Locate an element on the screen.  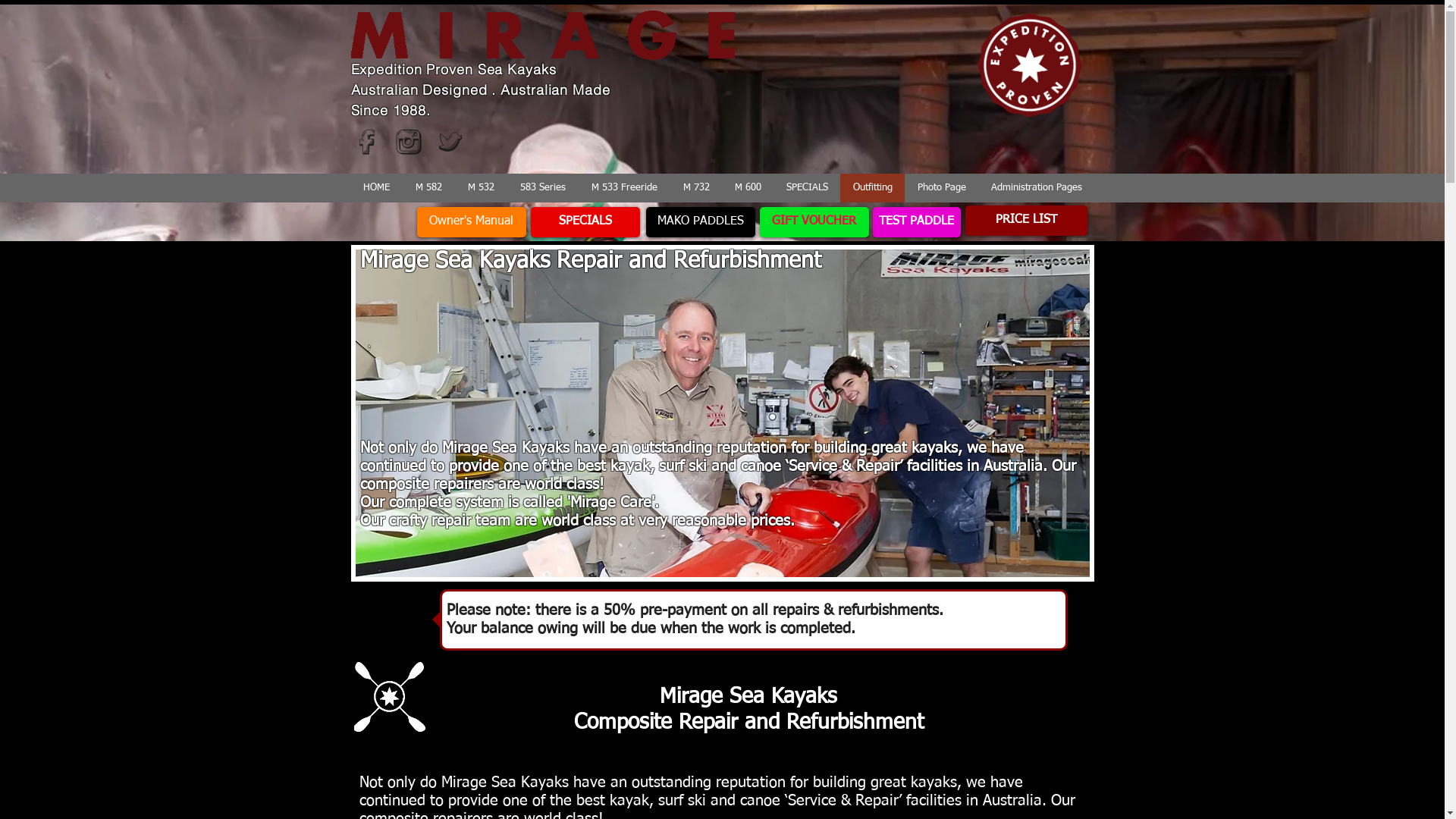
'M 533 Freeride' is located at coordinates (623, 187).